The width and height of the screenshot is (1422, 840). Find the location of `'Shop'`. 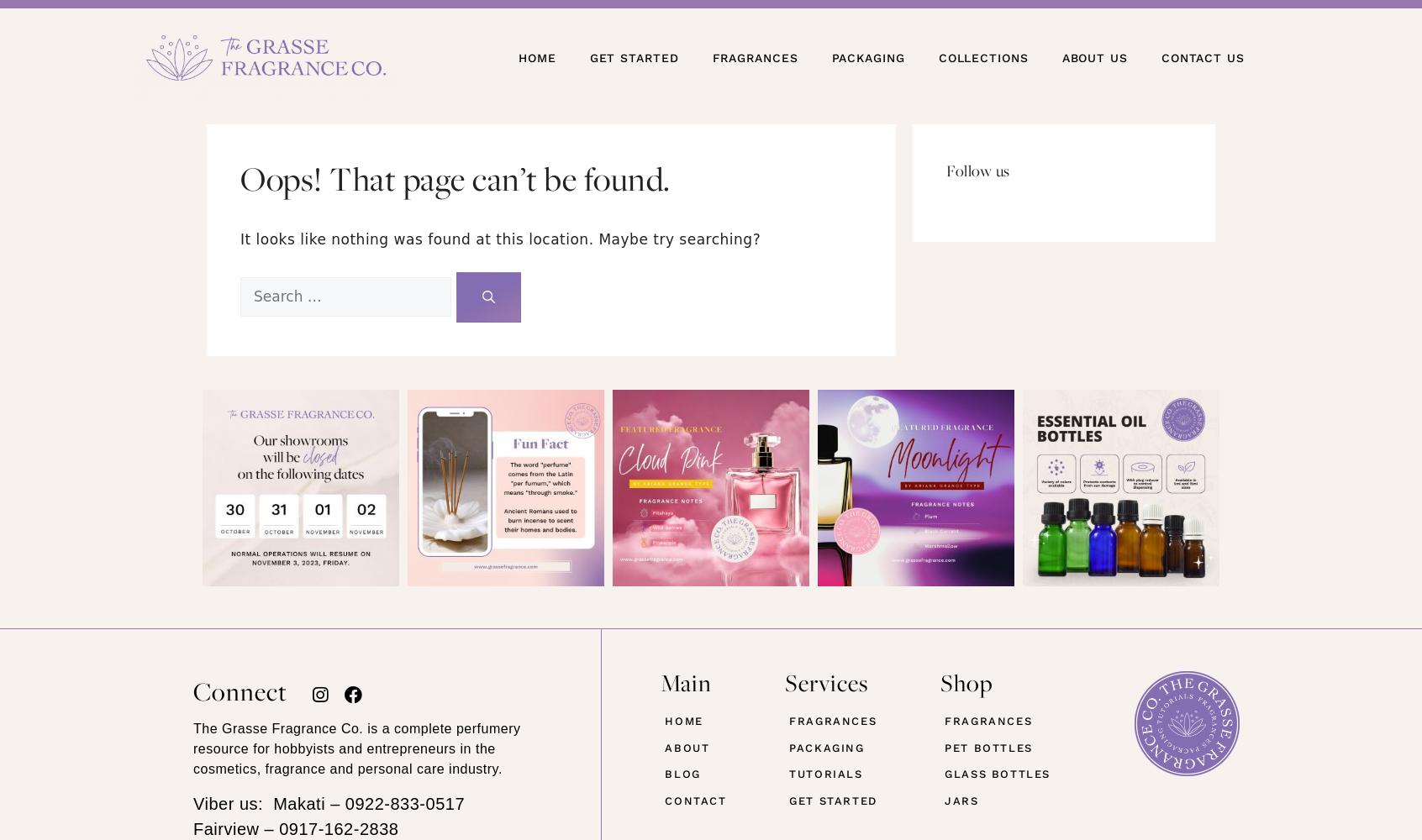

'Shop' is located at coordinates (966, 682).